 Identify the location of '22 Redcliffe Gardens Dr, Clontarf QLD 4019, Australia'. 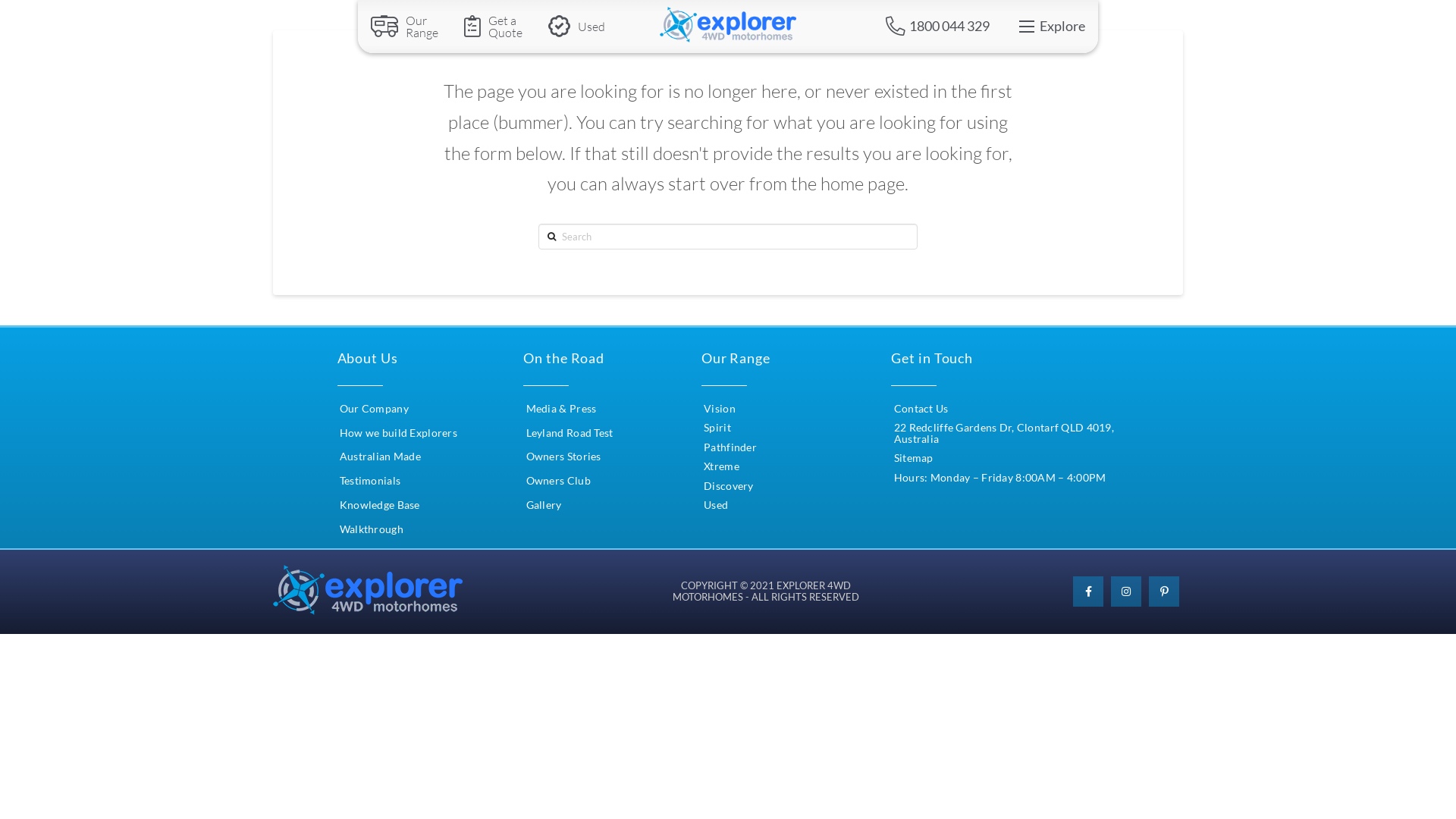
(894, 433).